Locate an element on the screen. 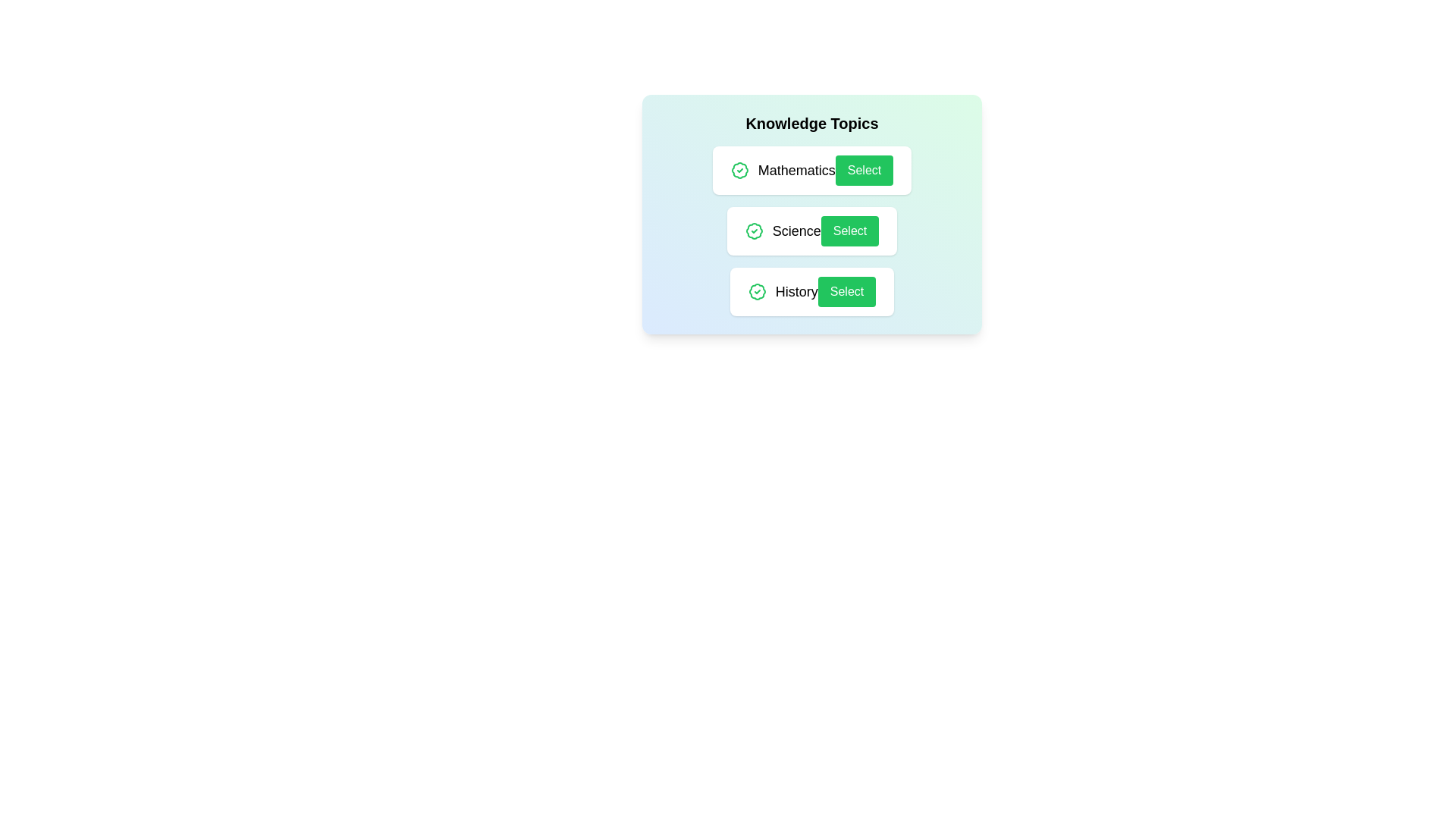 Image resolution: width=1456 pixels, height=819 pixels. the topic entry for Mathematics is located at coordinates (811, 170).